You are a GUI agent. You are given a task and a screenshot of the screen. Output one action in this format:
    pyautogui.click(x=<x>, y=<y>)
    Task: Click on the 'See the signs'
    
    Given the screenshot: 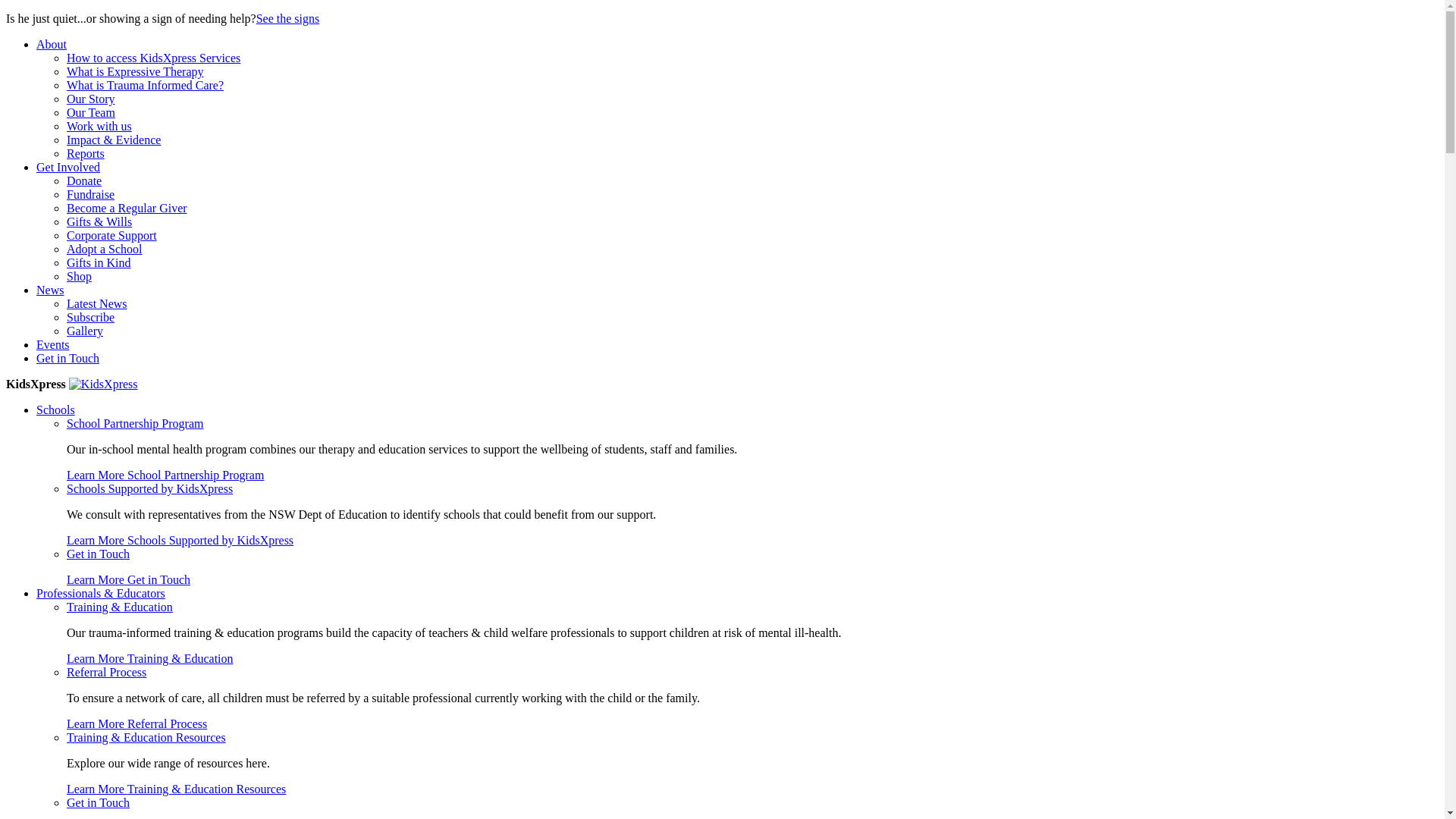 What is the action you would take?
    pyautogui.click(x=287, y=18)
    